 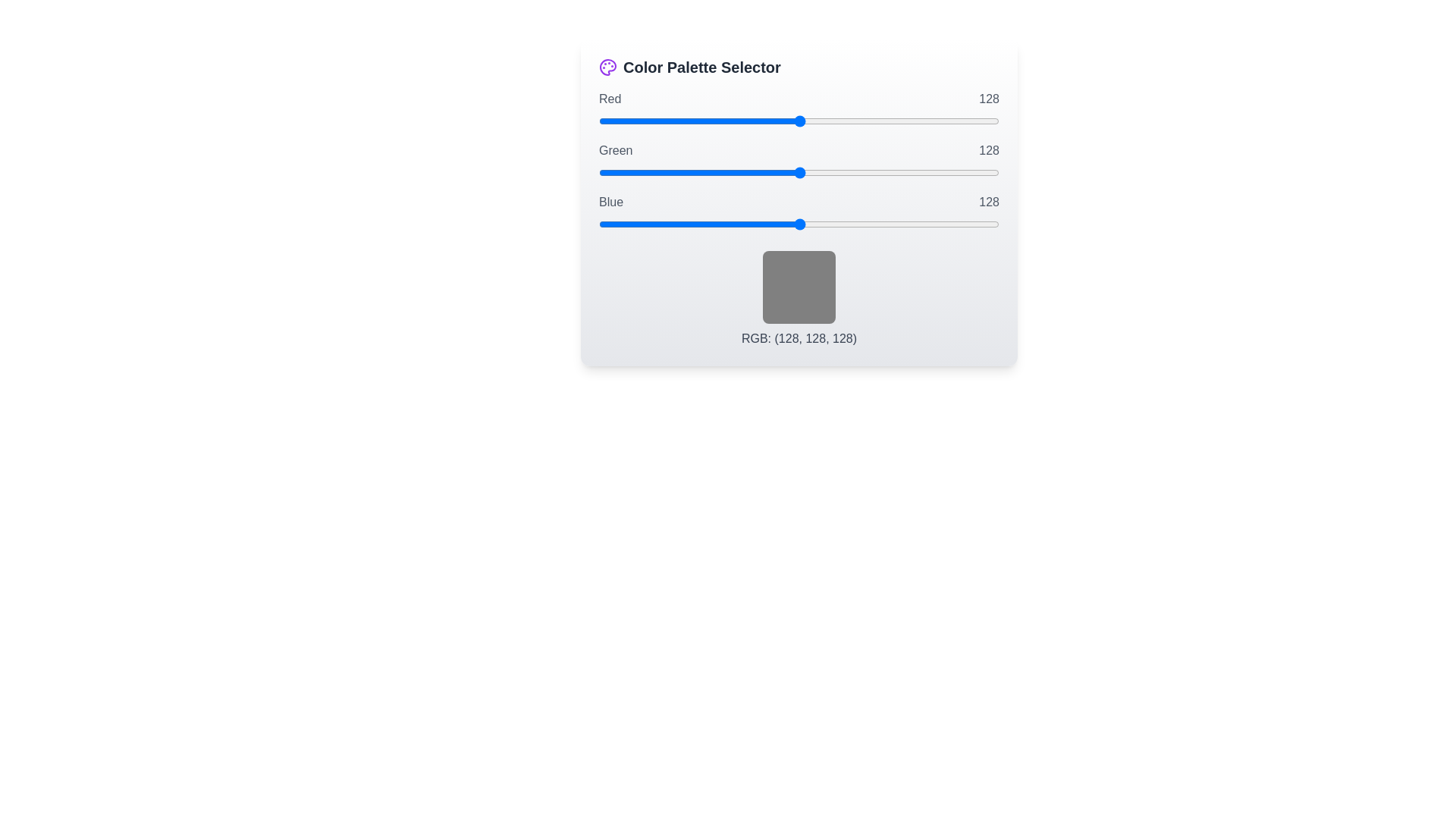 What do you see at coordinates (759, 171) in the screenshot?
I see `the green slider to set its value to 102` at bounding box center [759, 171].